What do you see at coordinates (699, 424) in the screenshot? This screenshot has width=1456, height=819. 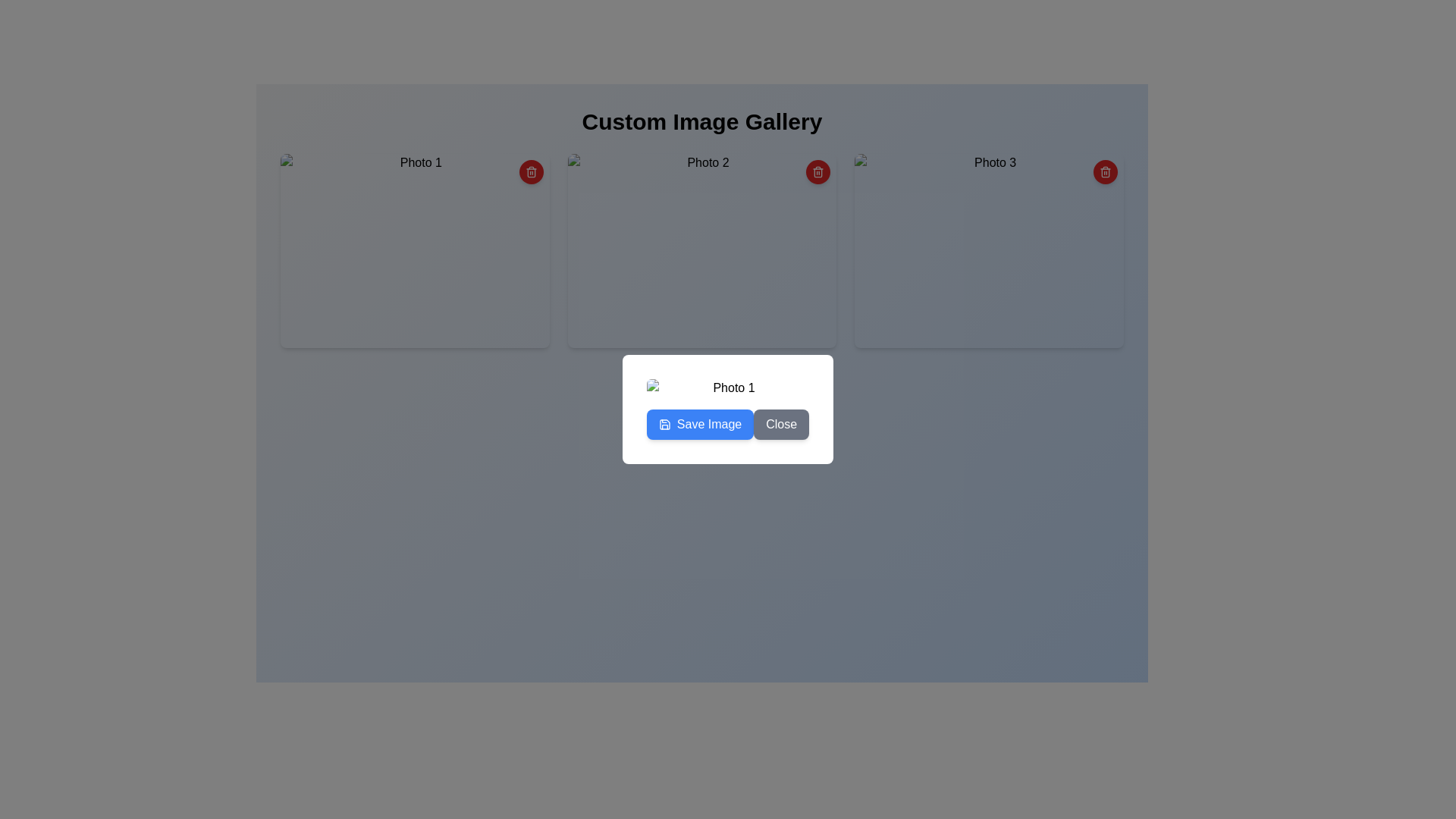 I see `the image save button located within the modal window, positioned to the left of the 'Close' button` at bounding box center [699, 424].